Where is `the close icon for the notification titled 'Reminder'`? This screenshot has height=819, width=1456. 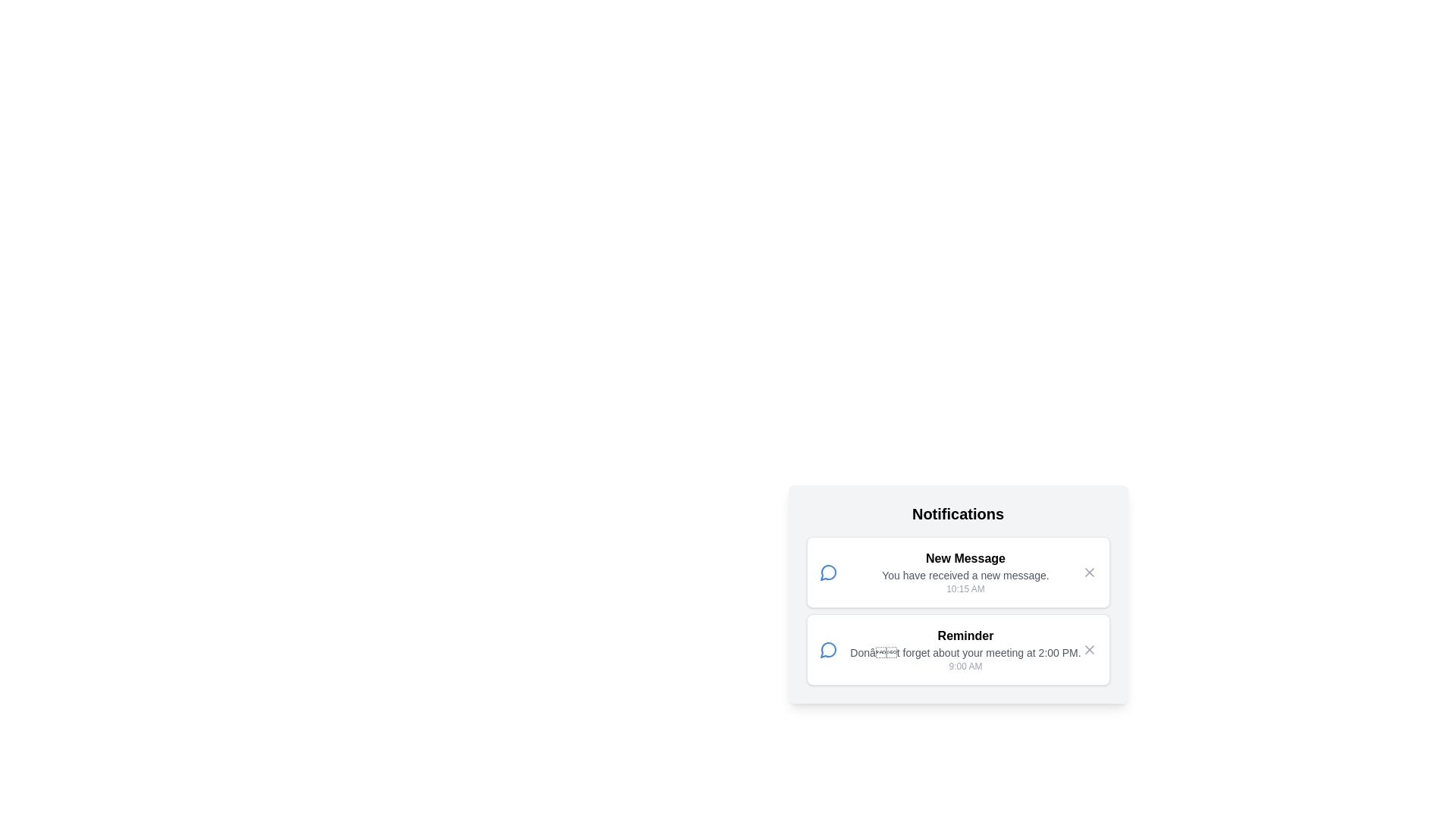 the close icon for the notification titled 'Reminder' is located at coordinates (1088, 648).